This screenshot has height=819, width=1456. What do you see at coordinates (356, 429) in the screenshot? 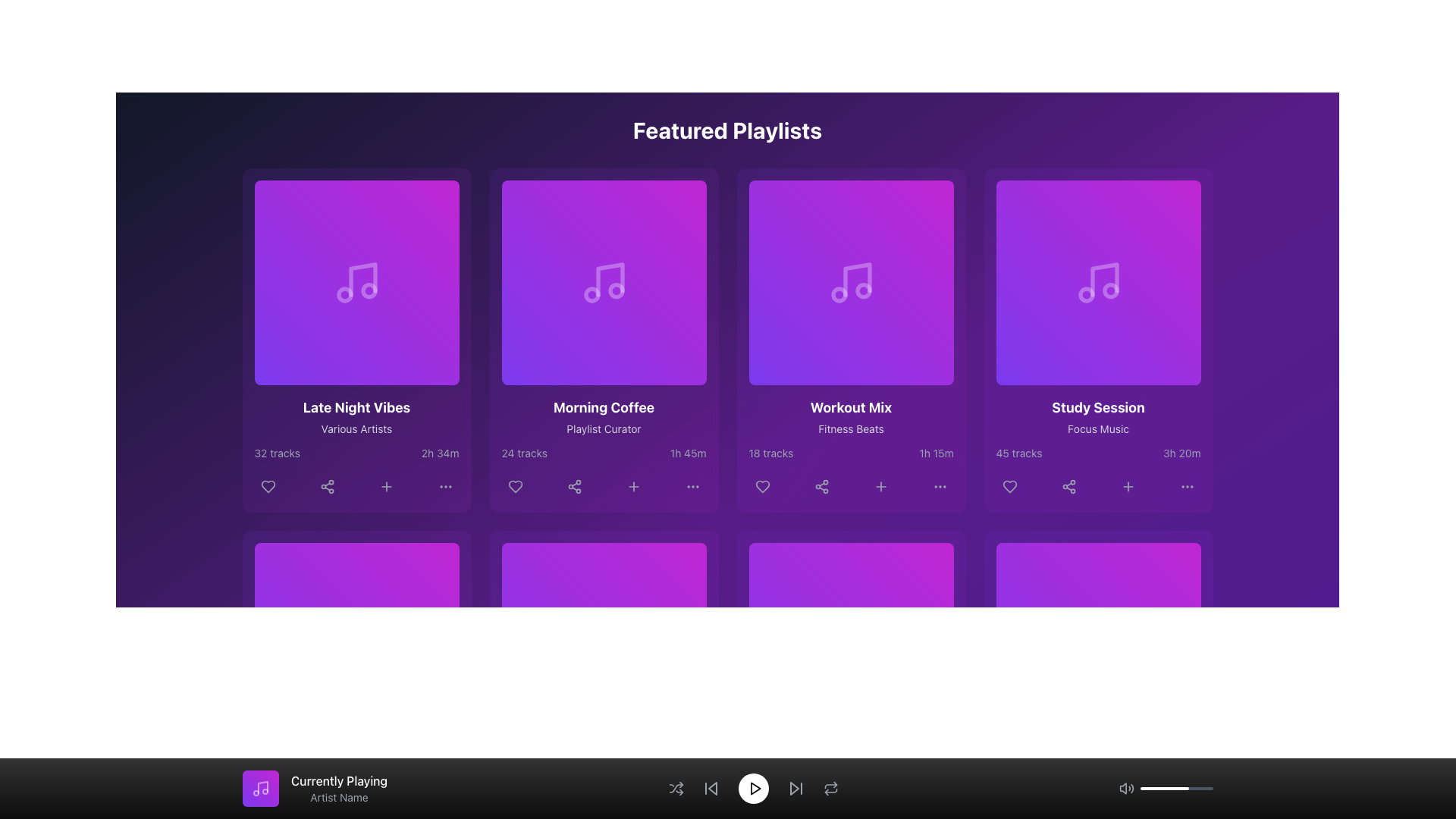
I see `the text label that reads 'Various Artists' which is centrally aligned below the 'Late Night Vibes' text in the music playlist card` at bounding box center [356, 429].